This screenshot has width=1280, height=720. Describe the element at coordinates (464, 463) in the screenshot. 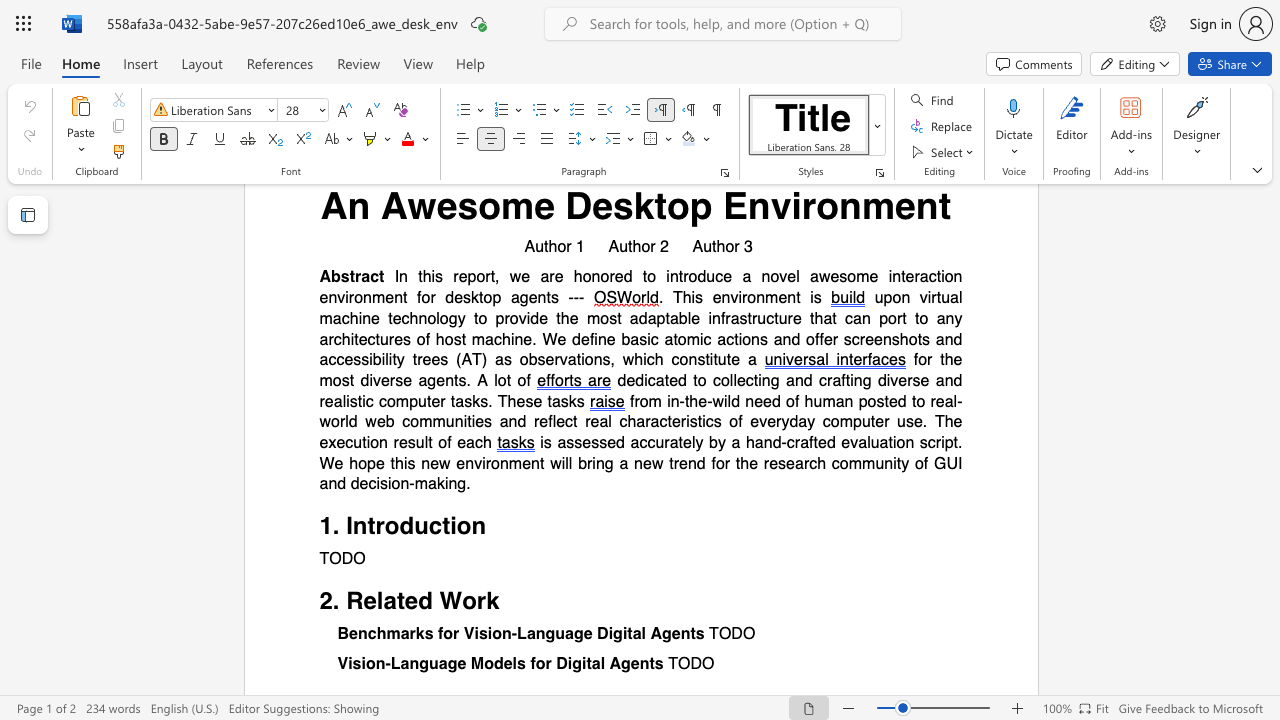

I see `the subset text "nvironment" within the text "new environment"` at that location.